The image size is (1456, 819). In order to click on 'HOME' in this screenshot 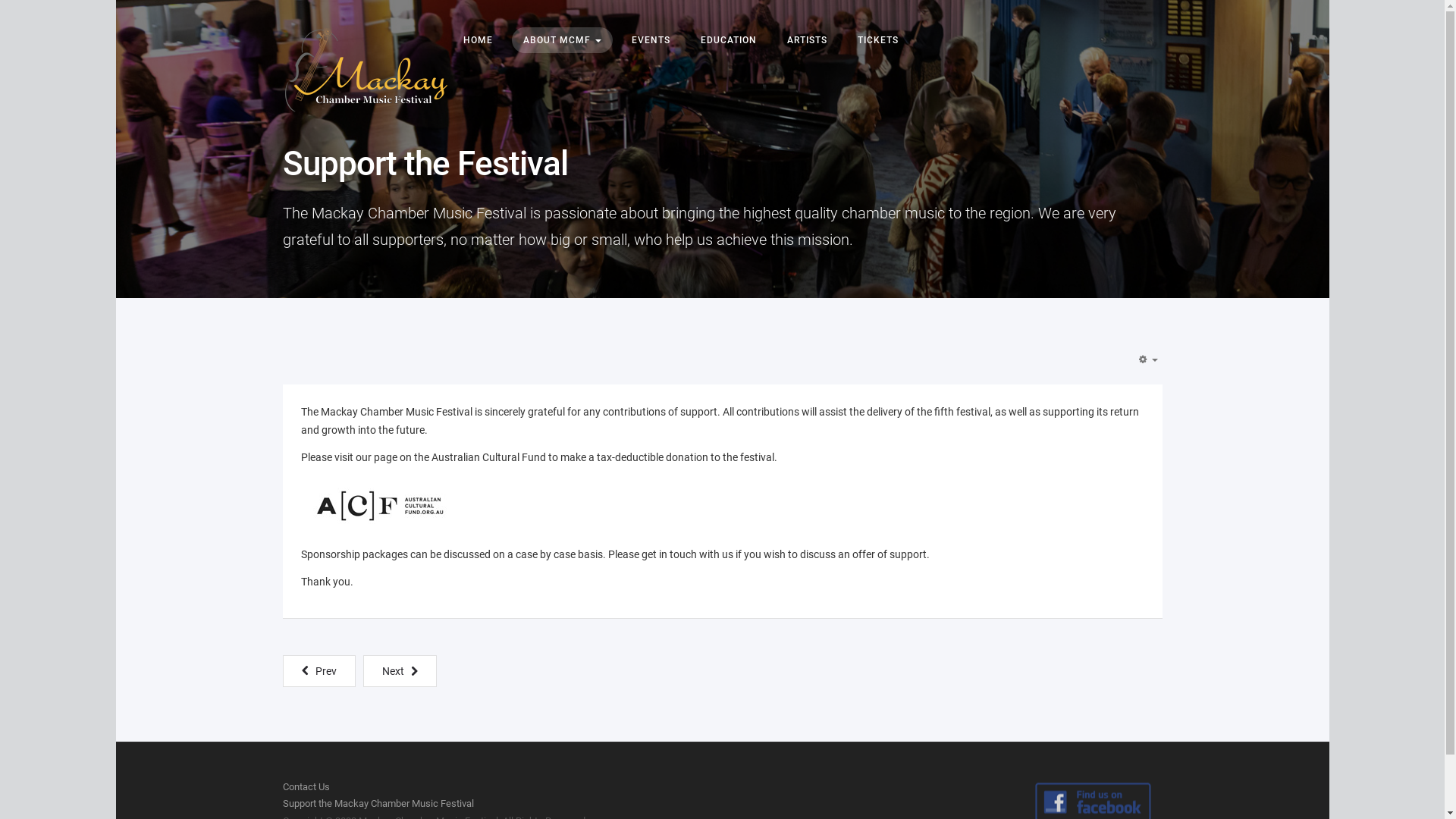, I will do `click(450, 39)`.